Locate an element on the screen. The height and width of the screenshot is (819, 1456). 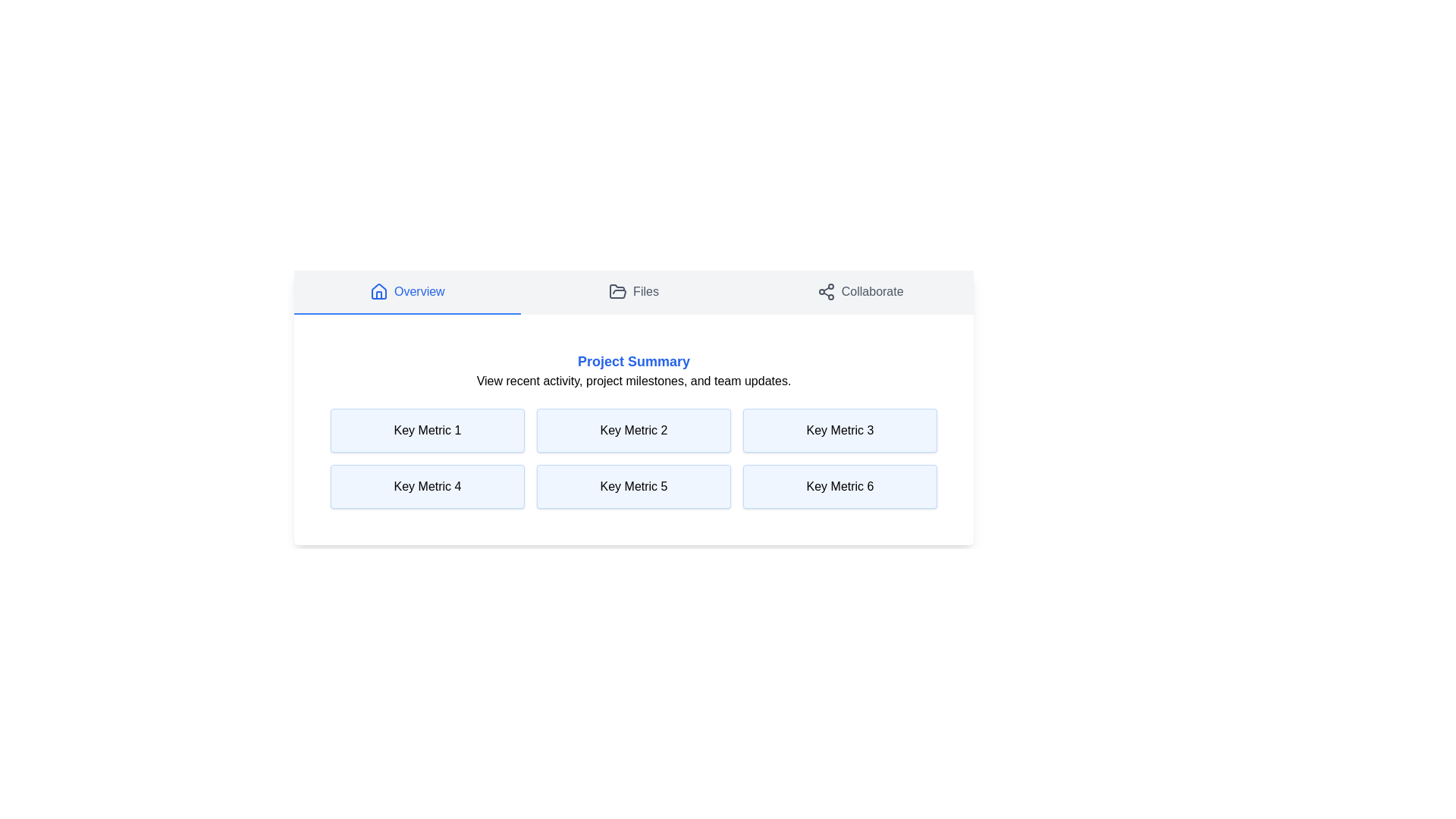
the 'Overview' navigational tab located in the top-left section of the tabbed navigation component is located at coordinates (407, 292).